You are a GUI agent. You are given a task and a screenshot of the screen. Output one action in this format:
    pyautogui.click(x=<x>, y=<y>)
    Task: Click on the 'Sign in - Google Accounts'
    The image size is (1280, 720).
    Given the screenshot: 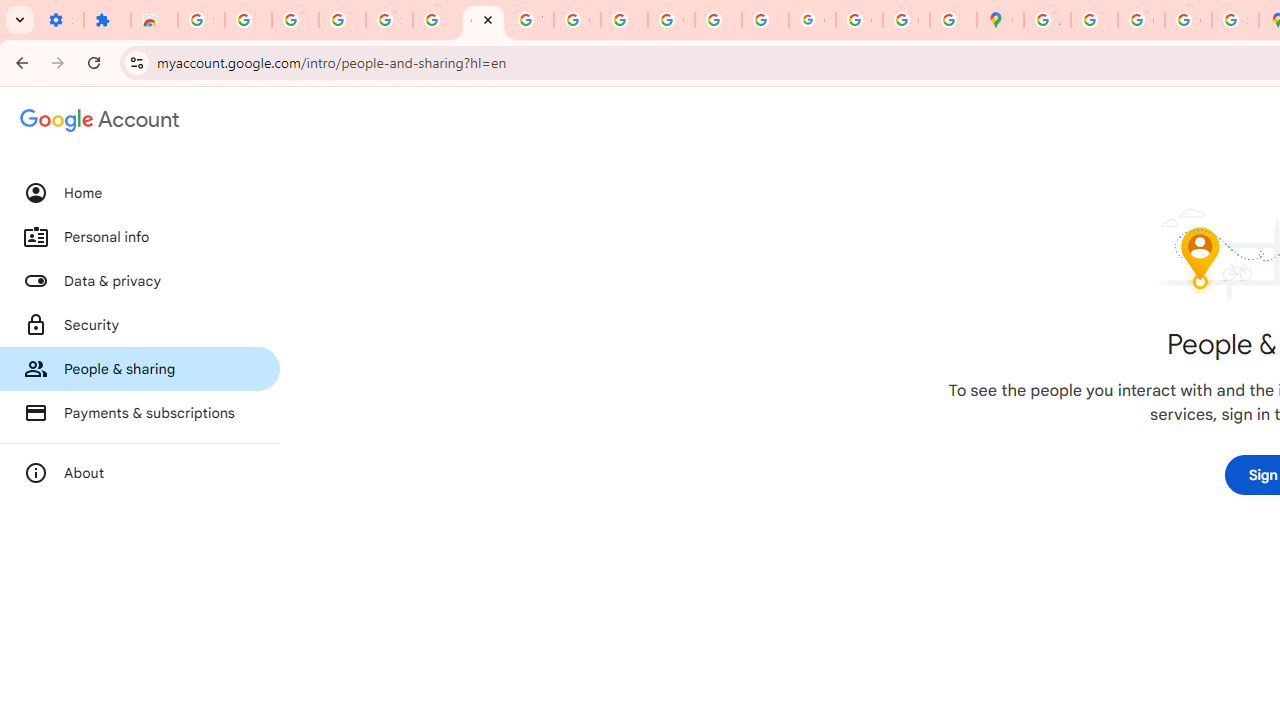 What is the action you would take?
    pyautogui.click(x=201, y=20)
    